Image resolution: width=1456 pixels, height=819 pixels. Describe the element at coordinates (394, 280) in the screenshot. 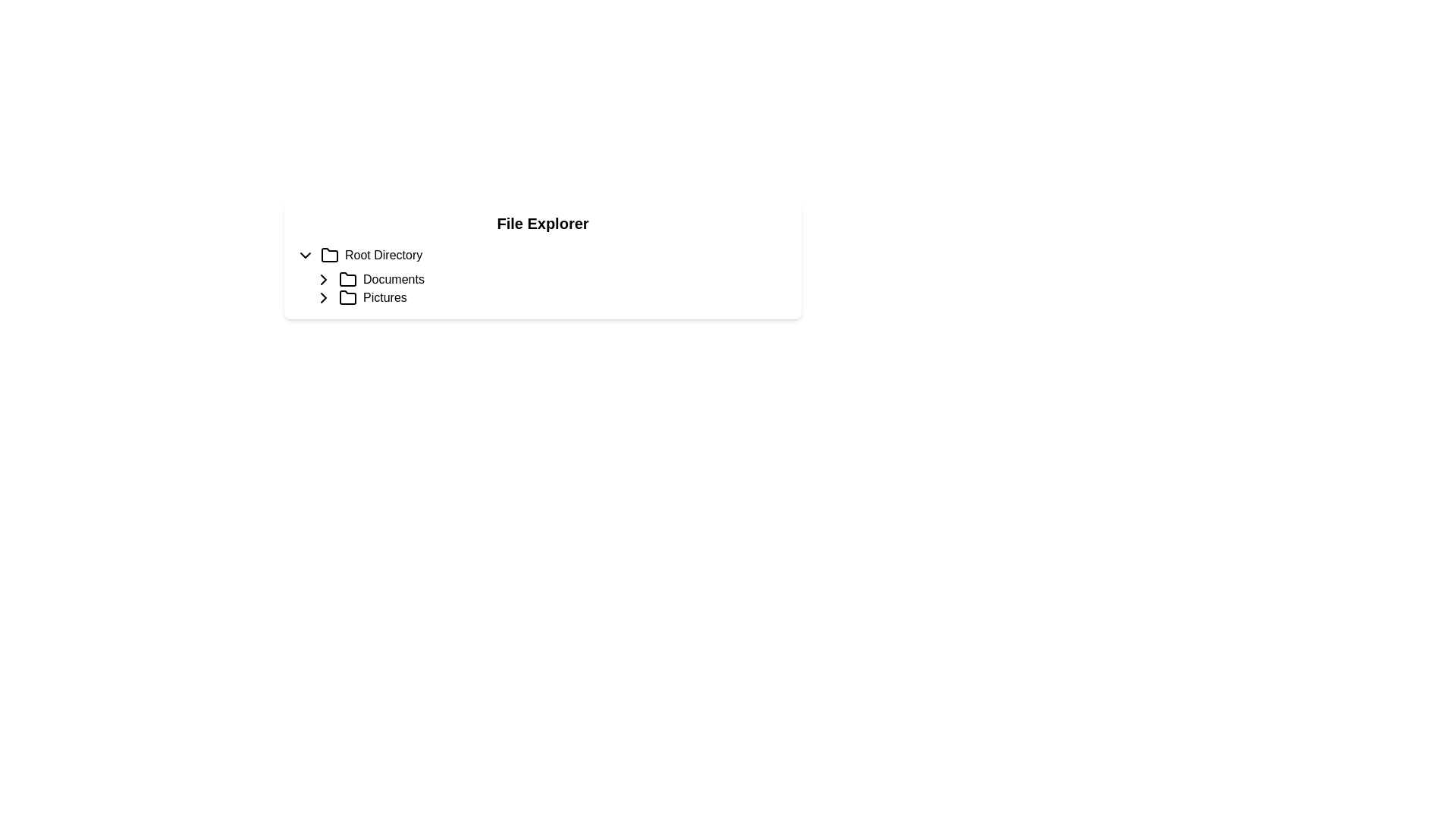

I see `text label displaying 'Documents' located in the middle row of the directory tree UI, positioned below 'Root Directory' and above 'Pictures'` at that location.